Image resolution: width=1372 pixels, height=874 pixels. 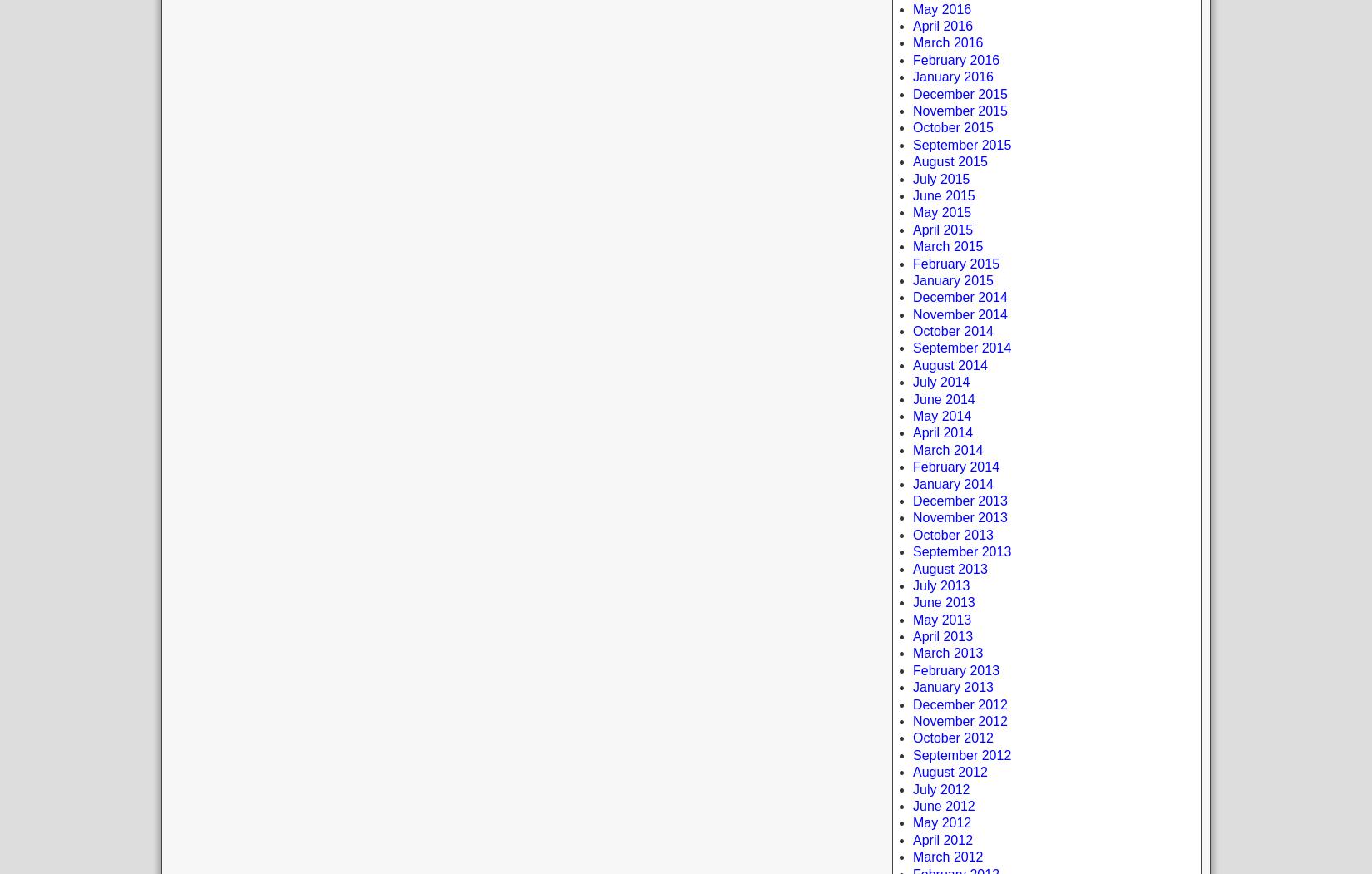 What do you see at coordinates (944, 805) in the screenshot?
I see `'June 2012'` at bounding box center [944, 805].